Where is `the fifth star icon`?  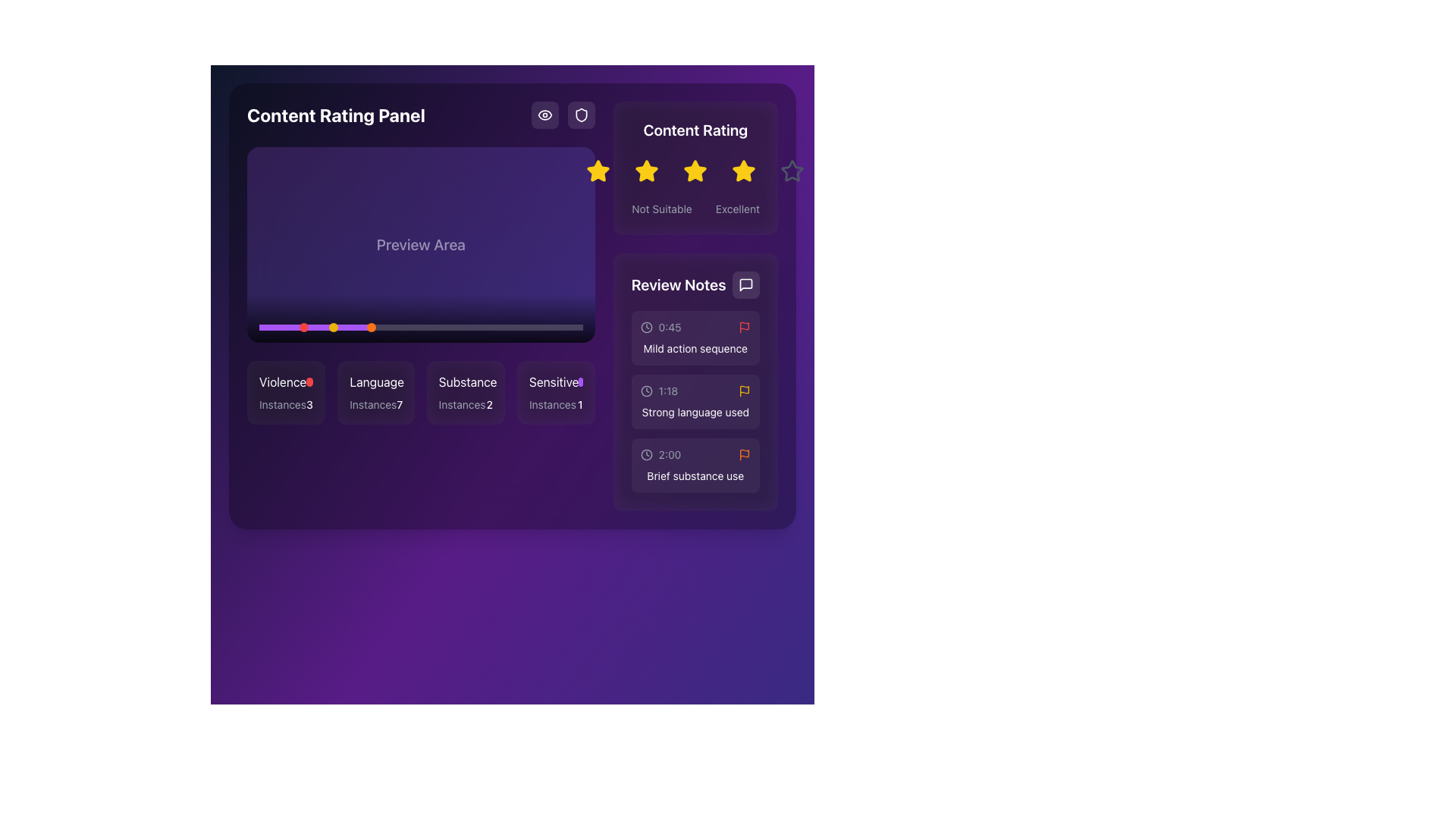
the fifth star icon is located at coordinates (792, 171).